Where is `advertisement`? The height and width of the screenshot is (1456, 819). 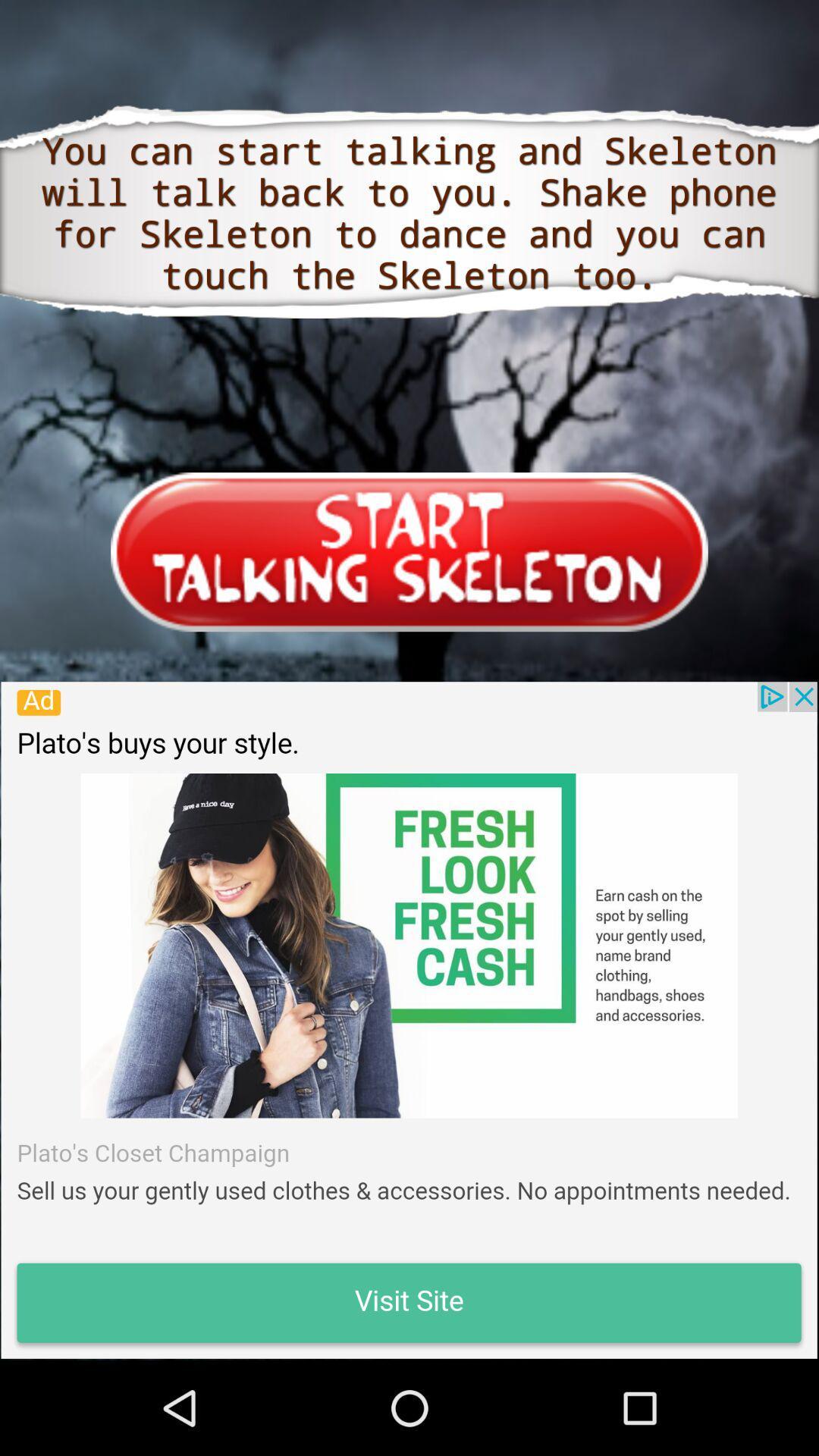
advertisement is located at coordinates (408, 1020).